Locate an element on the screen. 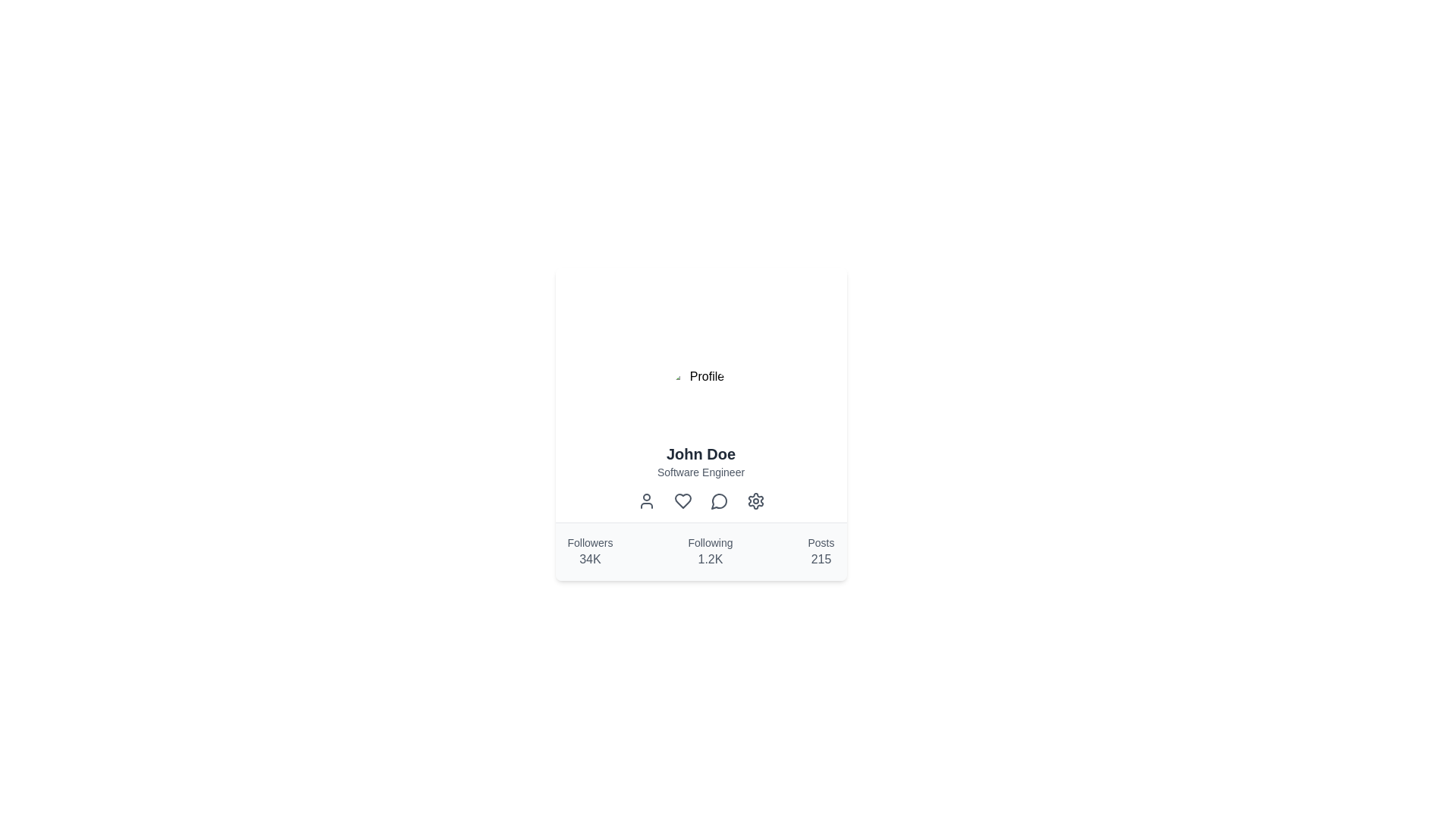  the user profile icon button, which is the first interactive icon in the row of icons below the user information section, to change its color is located at coordinates (646, 500).